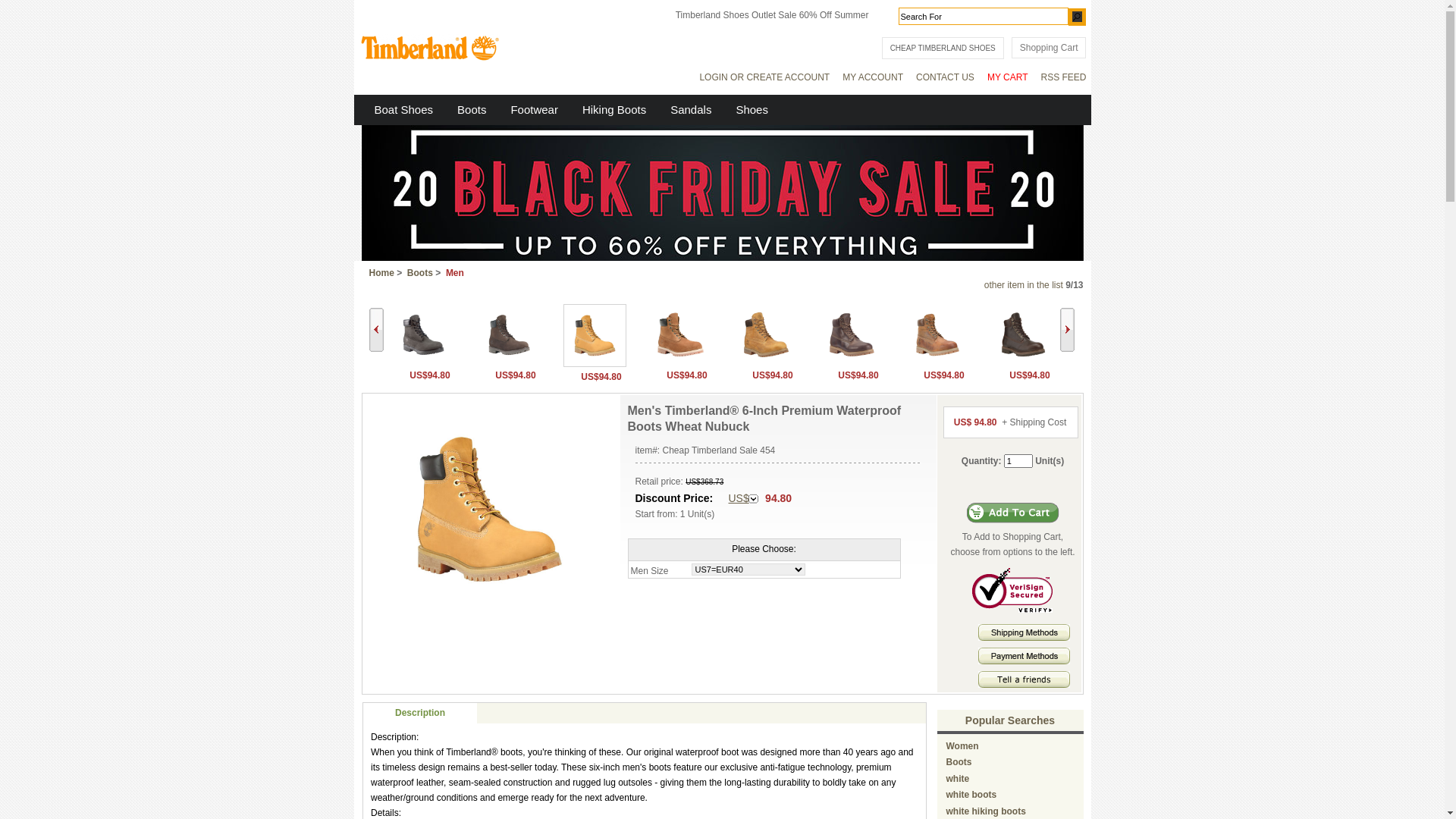 Image resolution: width=1456 pixels, height=819 pixels. Describe the element at coordinates (381, 271) in the screenshot. I see `'Home'` at that location.